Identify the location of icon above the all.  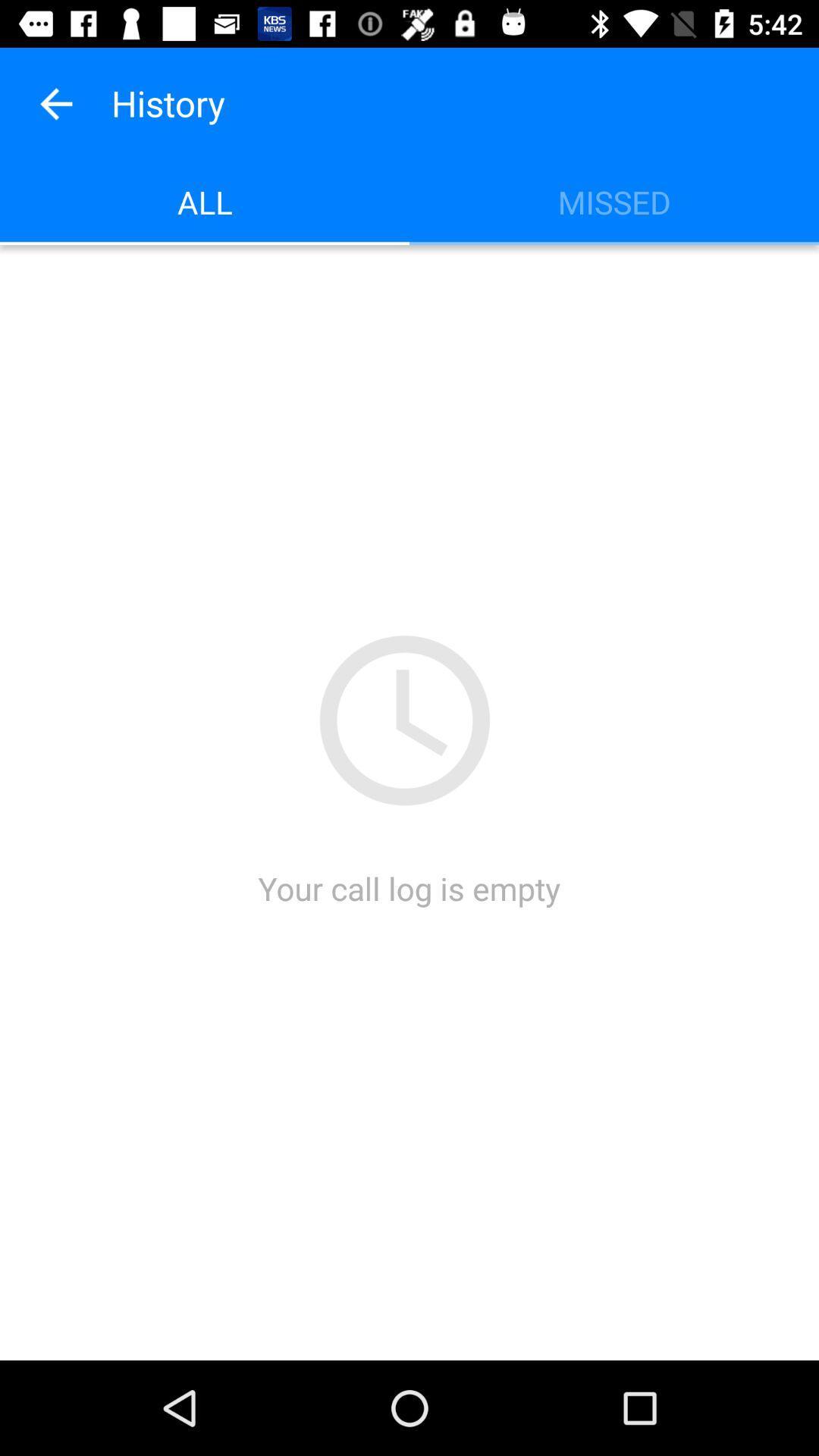
(55, 102).